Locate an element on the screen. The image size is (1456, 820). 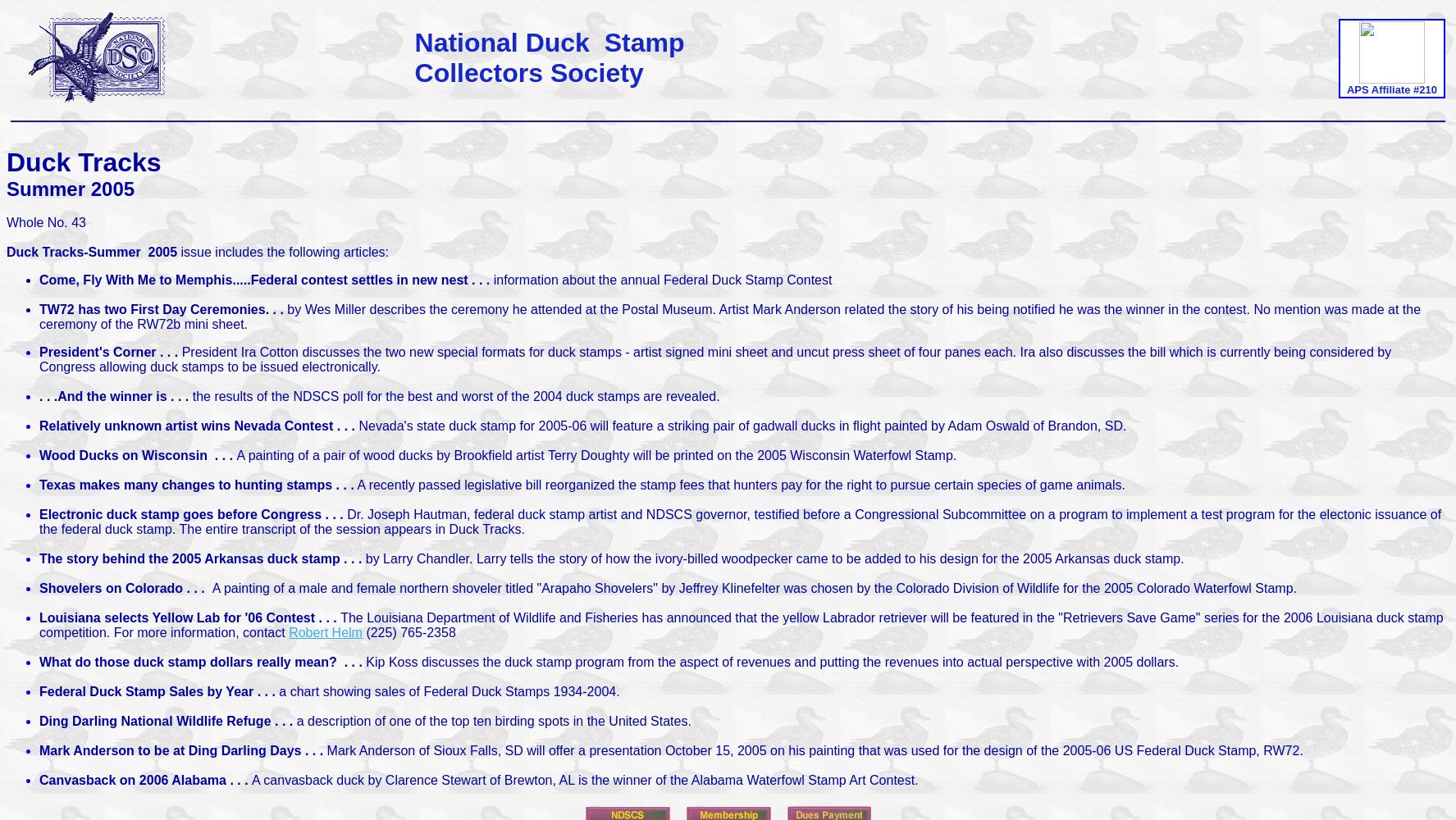
'Whole No. 4' is located at coordinates (42, 222).